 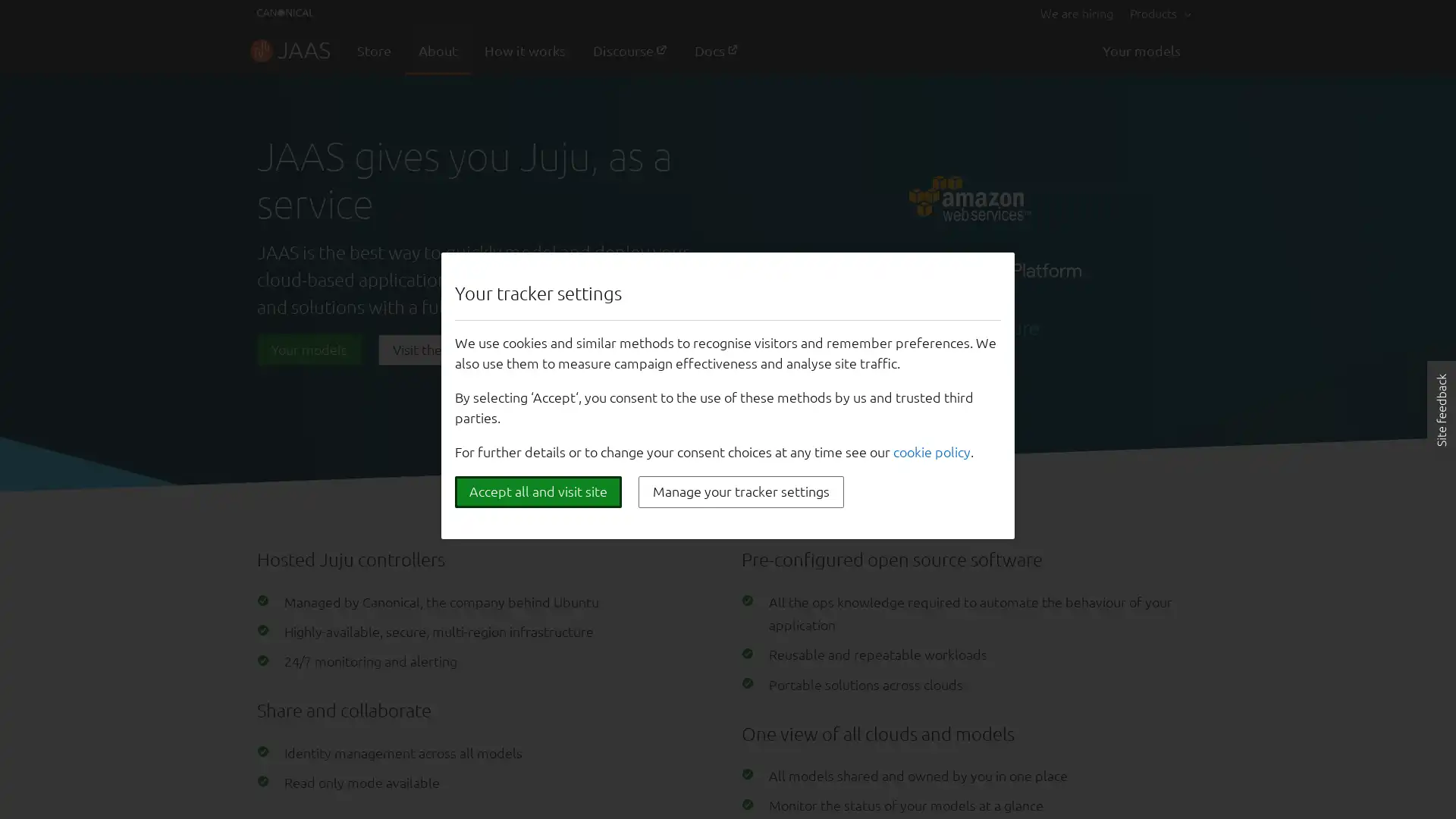 What do you see at coordinates (741, 491) in the screenshot?
I see `Manage your tracker settings` at bounding box center [741, 491].